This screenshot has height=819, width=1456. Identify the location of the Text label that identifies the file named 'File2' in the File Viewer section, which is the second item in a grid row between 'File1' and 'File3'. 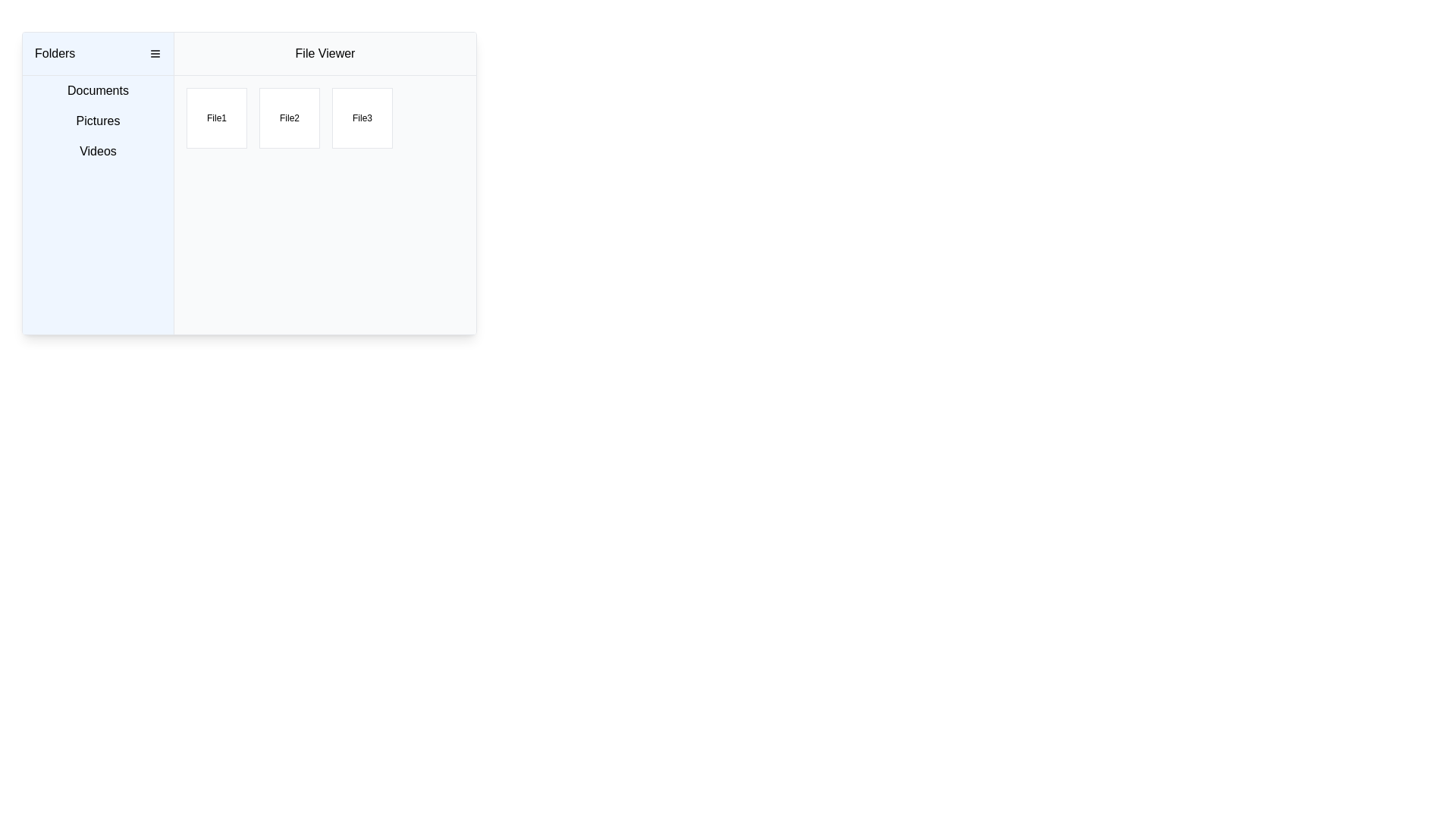
(290, 117).